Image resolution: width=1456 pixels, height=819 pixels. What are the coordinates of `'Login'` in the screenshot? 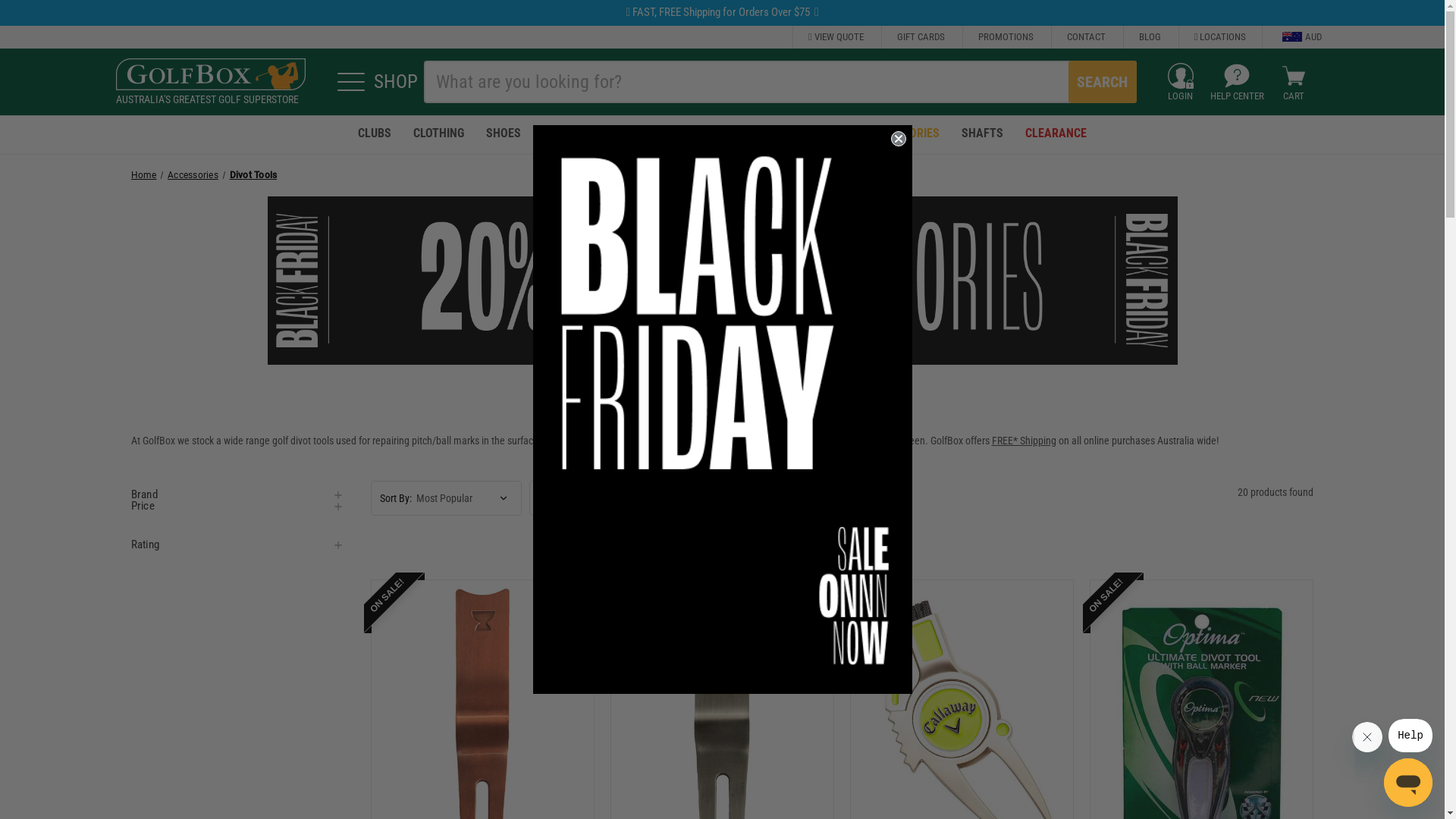 It's located at (1179, 76).